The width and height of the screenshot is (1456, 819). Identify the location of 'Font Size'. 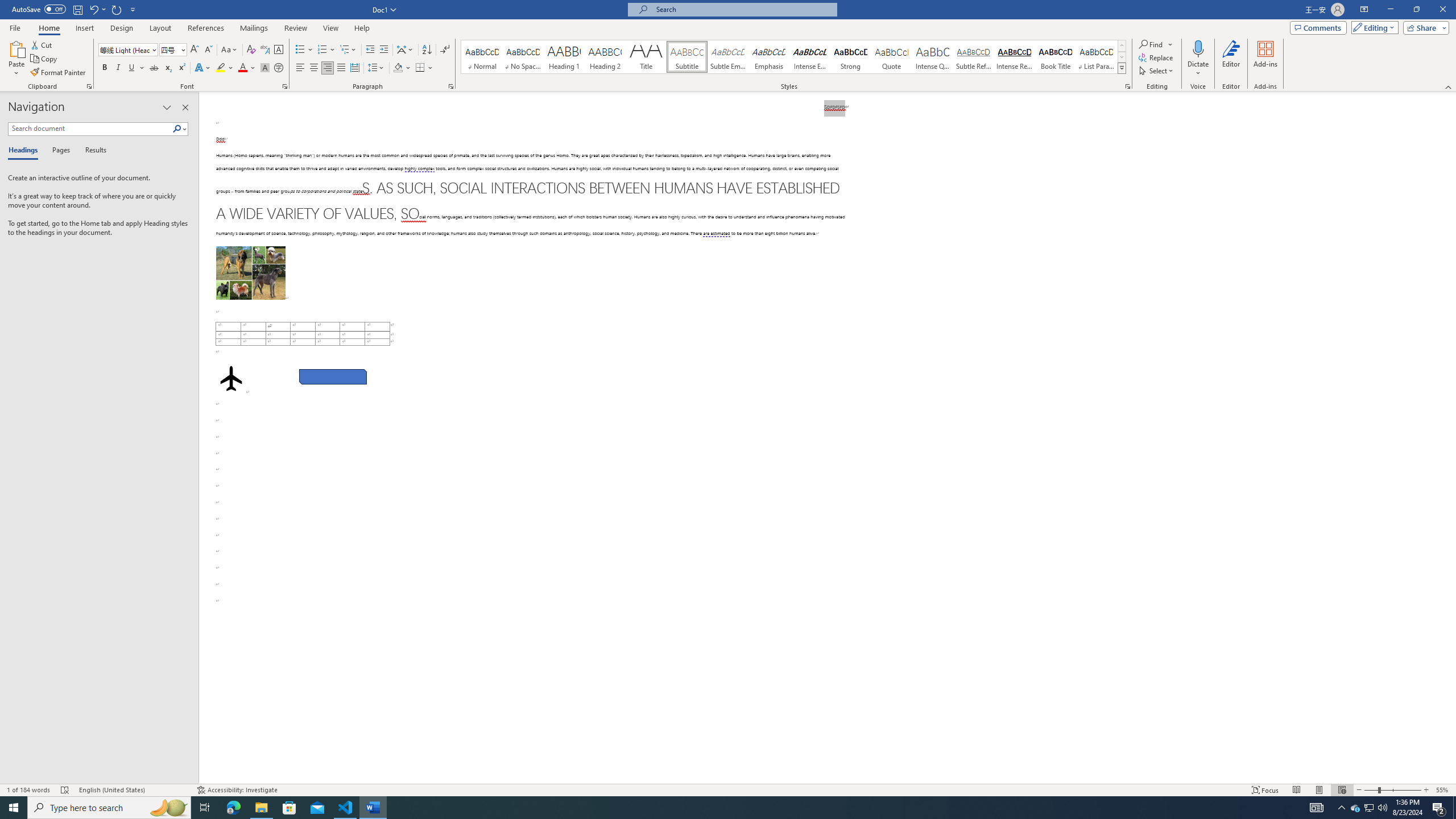
(169, 49).